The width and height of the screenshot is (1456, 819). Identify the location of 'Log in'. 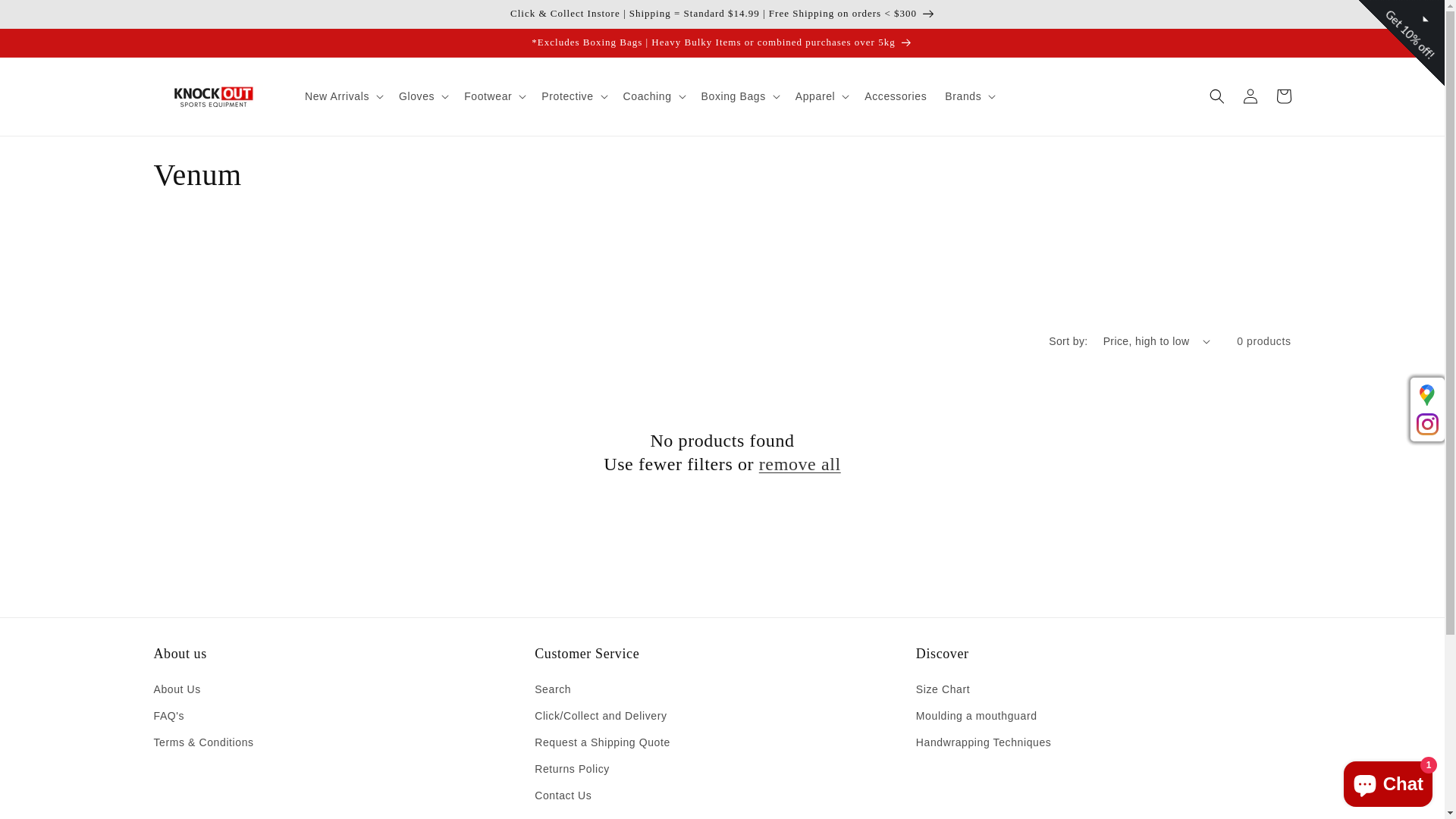
(1249, 96).